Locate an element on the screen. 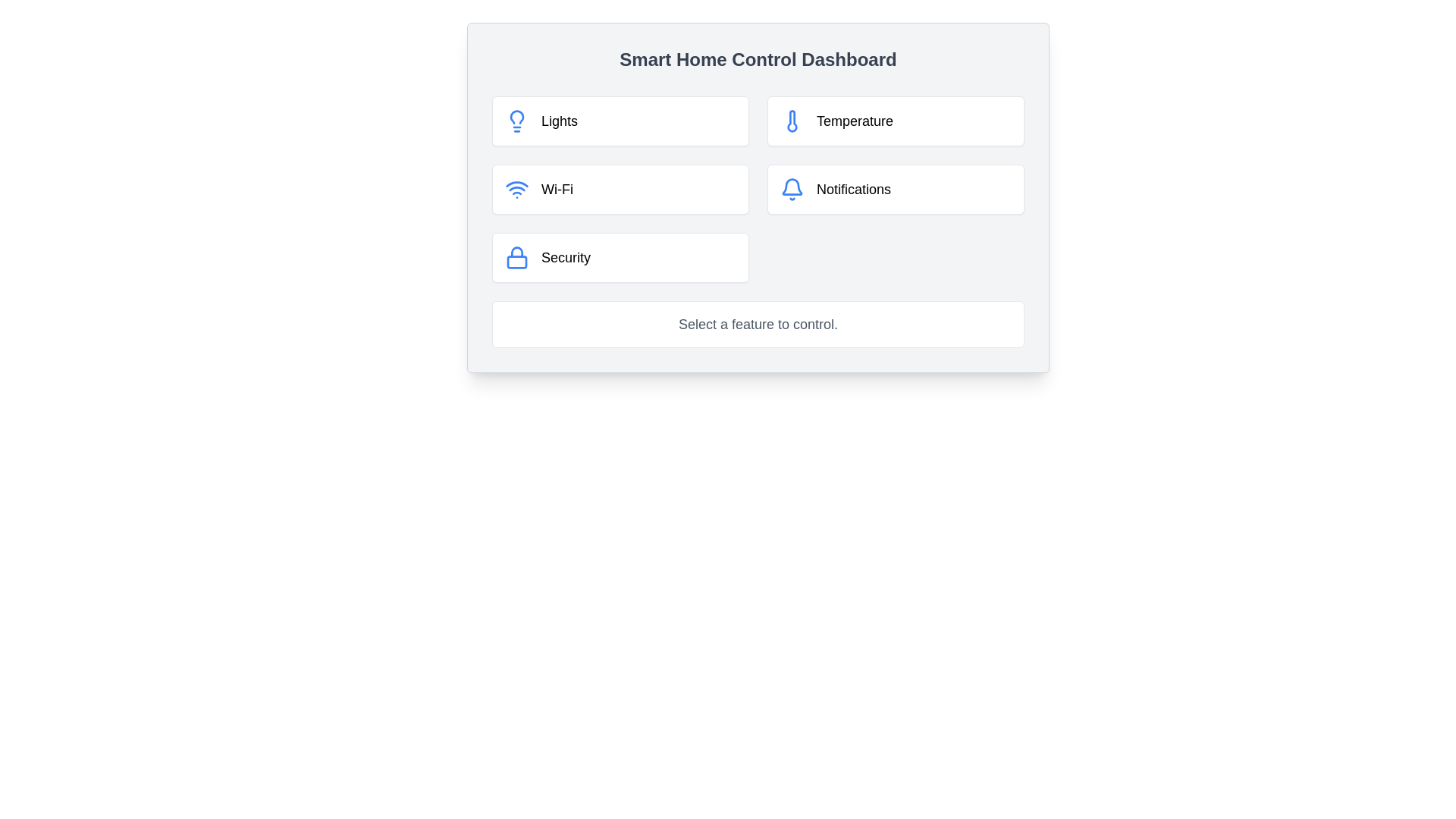  the text label that reads 'Select a feature to control.' located centrally within the white background panel of the 'Smart Home Control Dashboard' is located at coordinates (758, 324).